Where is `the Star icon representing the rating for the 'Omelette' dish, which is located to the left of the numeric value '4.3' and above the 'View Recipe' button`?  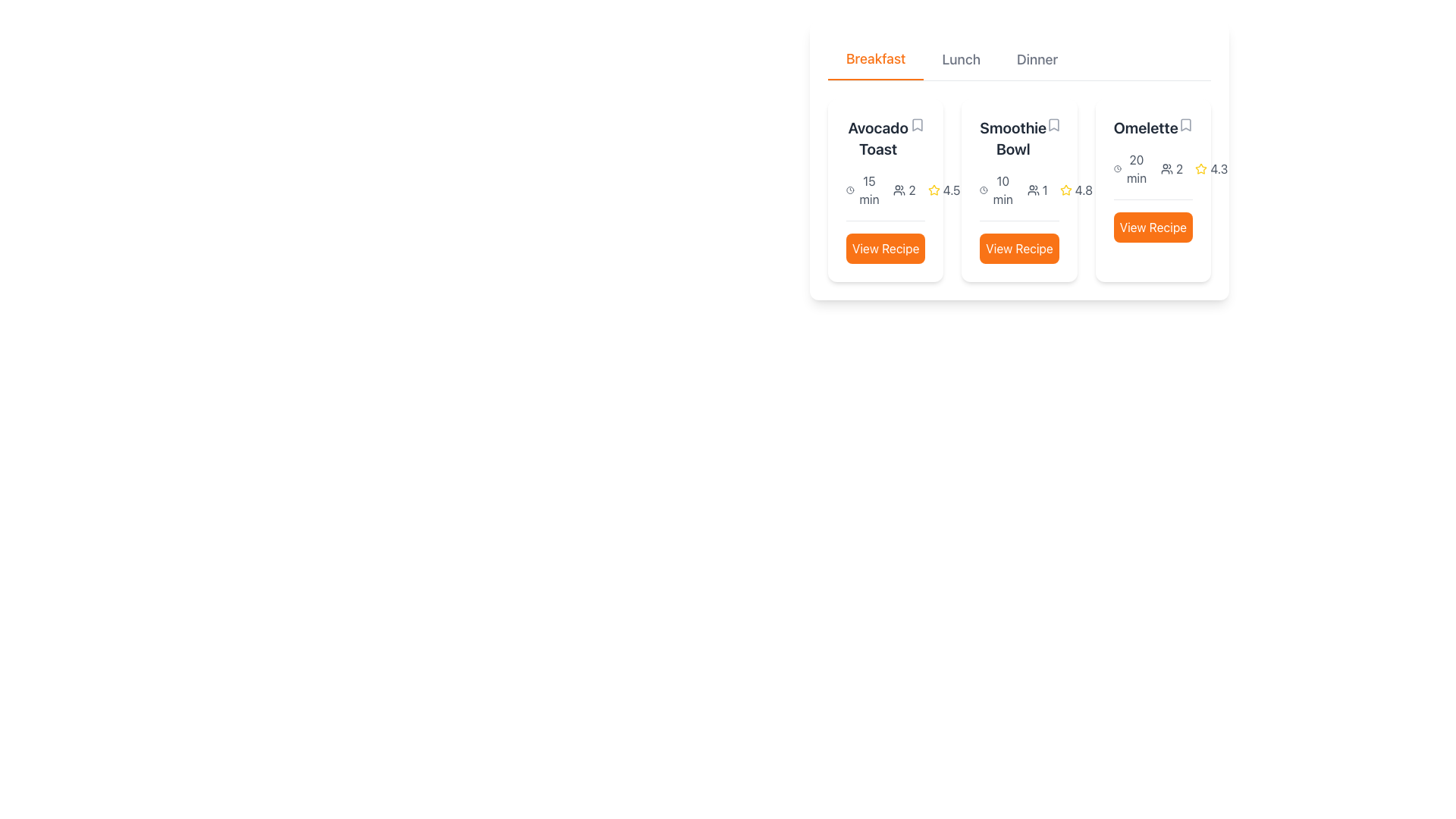
the Star icon representing the rating for the 'Omelette' dish, which is located to the left of the numeric value '4.3' and above the 'View Recipe' button is located at coordinates (1200, 168).